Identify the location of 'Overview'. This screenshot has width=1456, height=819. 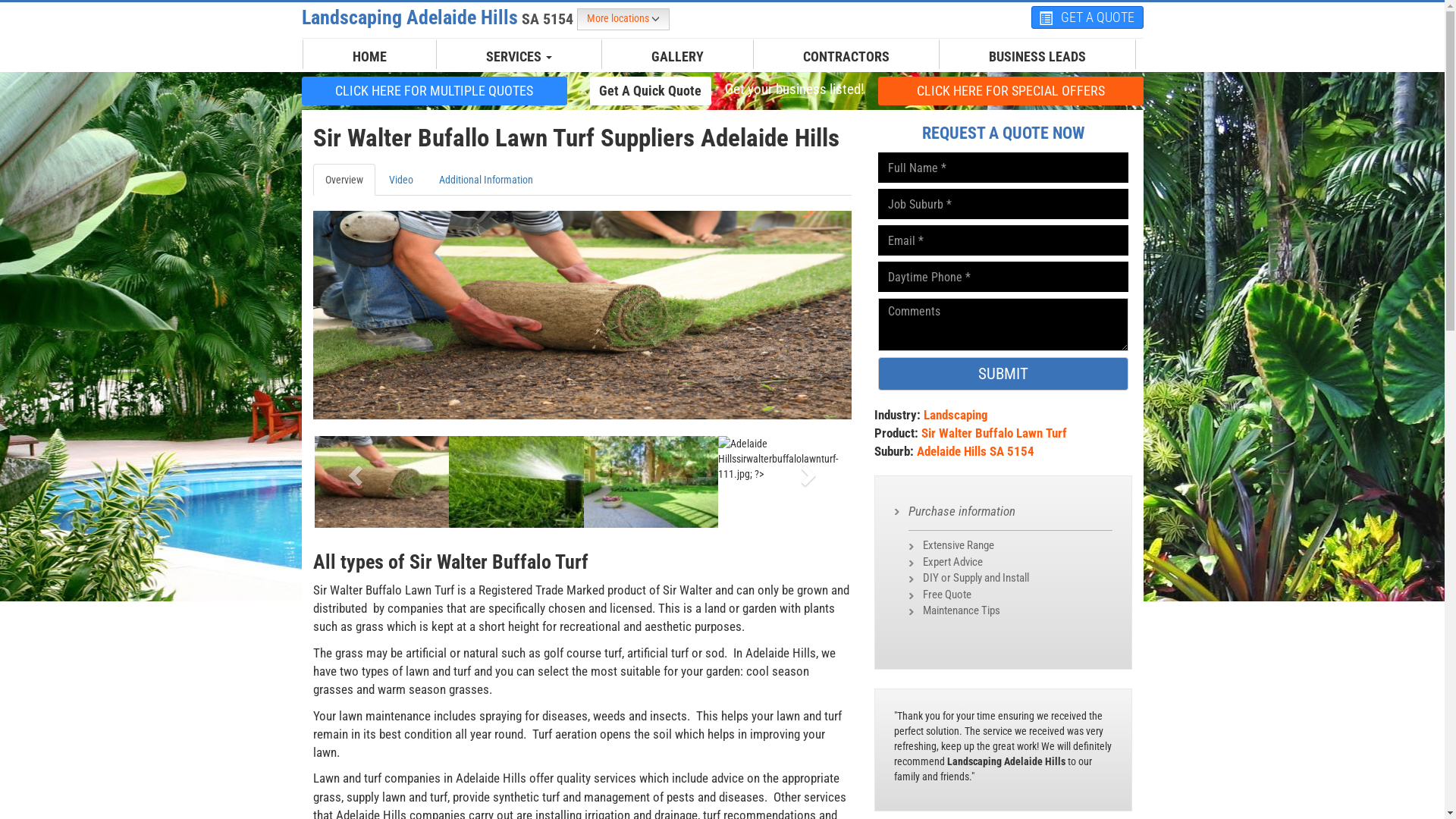
(342, 178).